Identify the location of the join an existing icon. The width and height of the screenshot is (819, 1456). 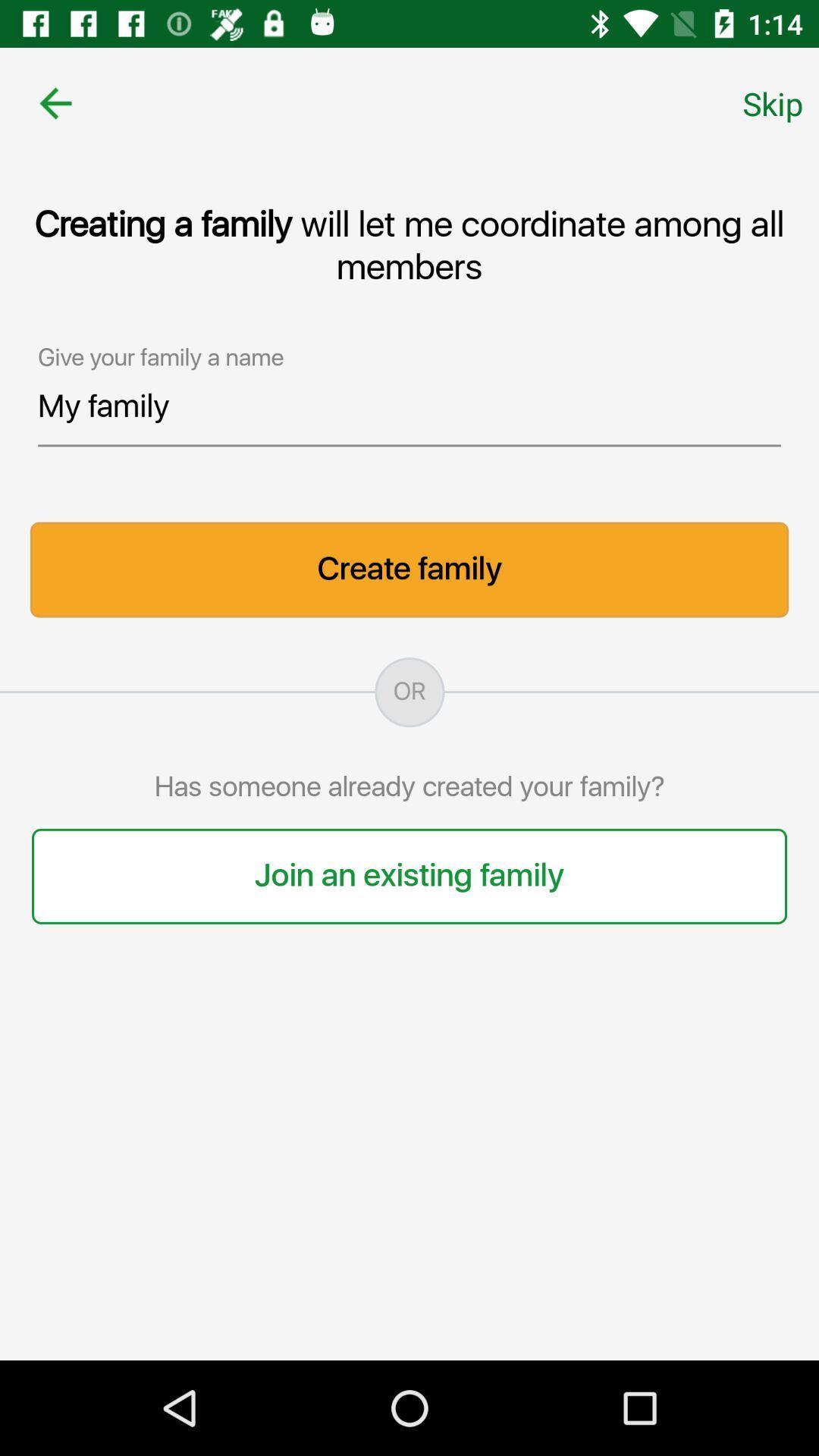
(409, 876).